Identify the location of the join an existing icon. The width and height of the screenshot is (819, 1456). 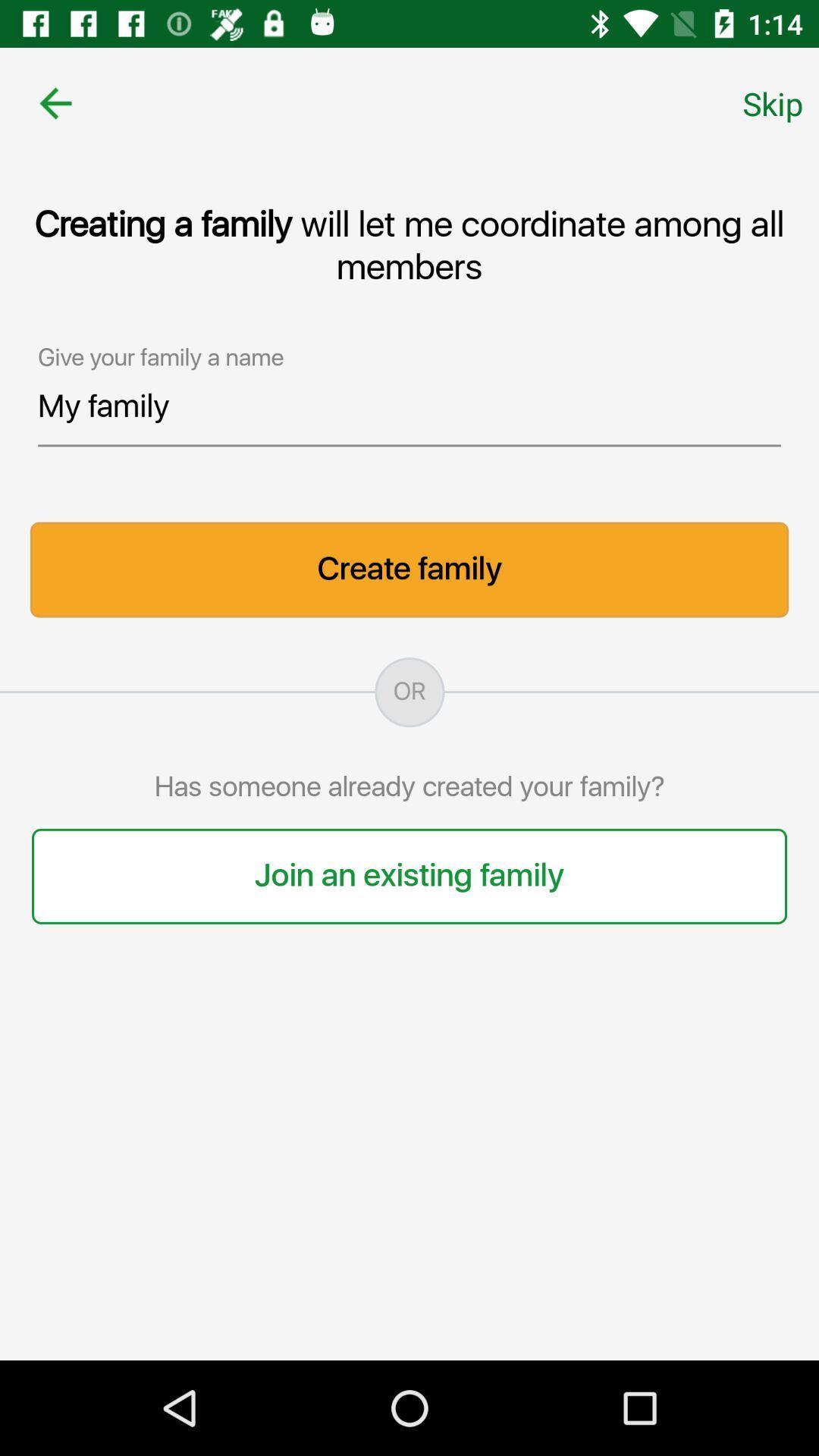
(409, 876).